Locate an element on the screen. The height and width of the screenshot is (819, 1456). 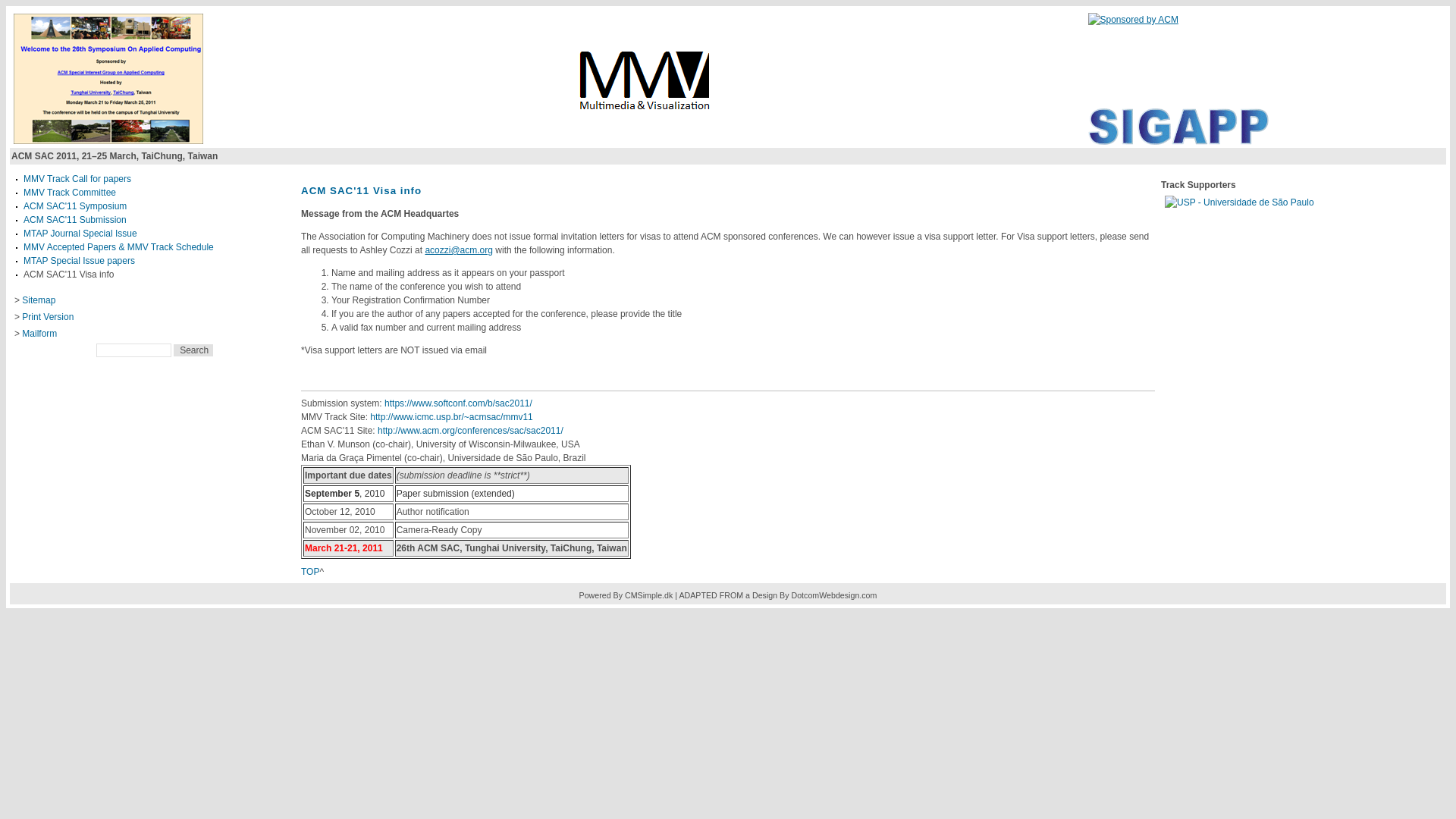
'ACM SAC'11 Symposium' is located at coordinates (74, 206).